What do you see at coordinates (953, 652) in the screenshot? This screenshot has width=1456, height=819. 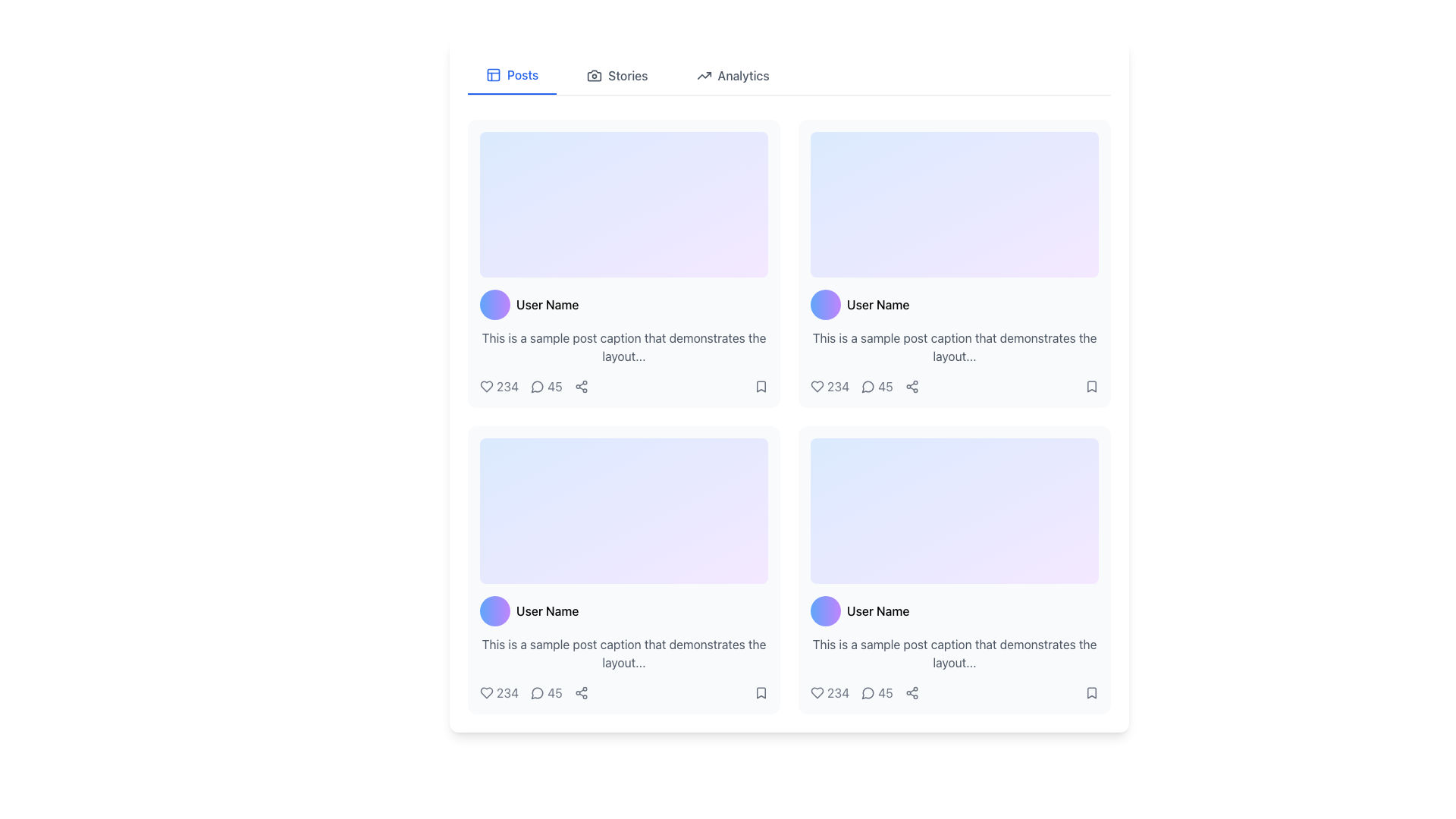 I see `the text block that serves as a caption or description for the content within the card, located in the bottom row, rightmost column of the grid` at bounding box center [953, 652].